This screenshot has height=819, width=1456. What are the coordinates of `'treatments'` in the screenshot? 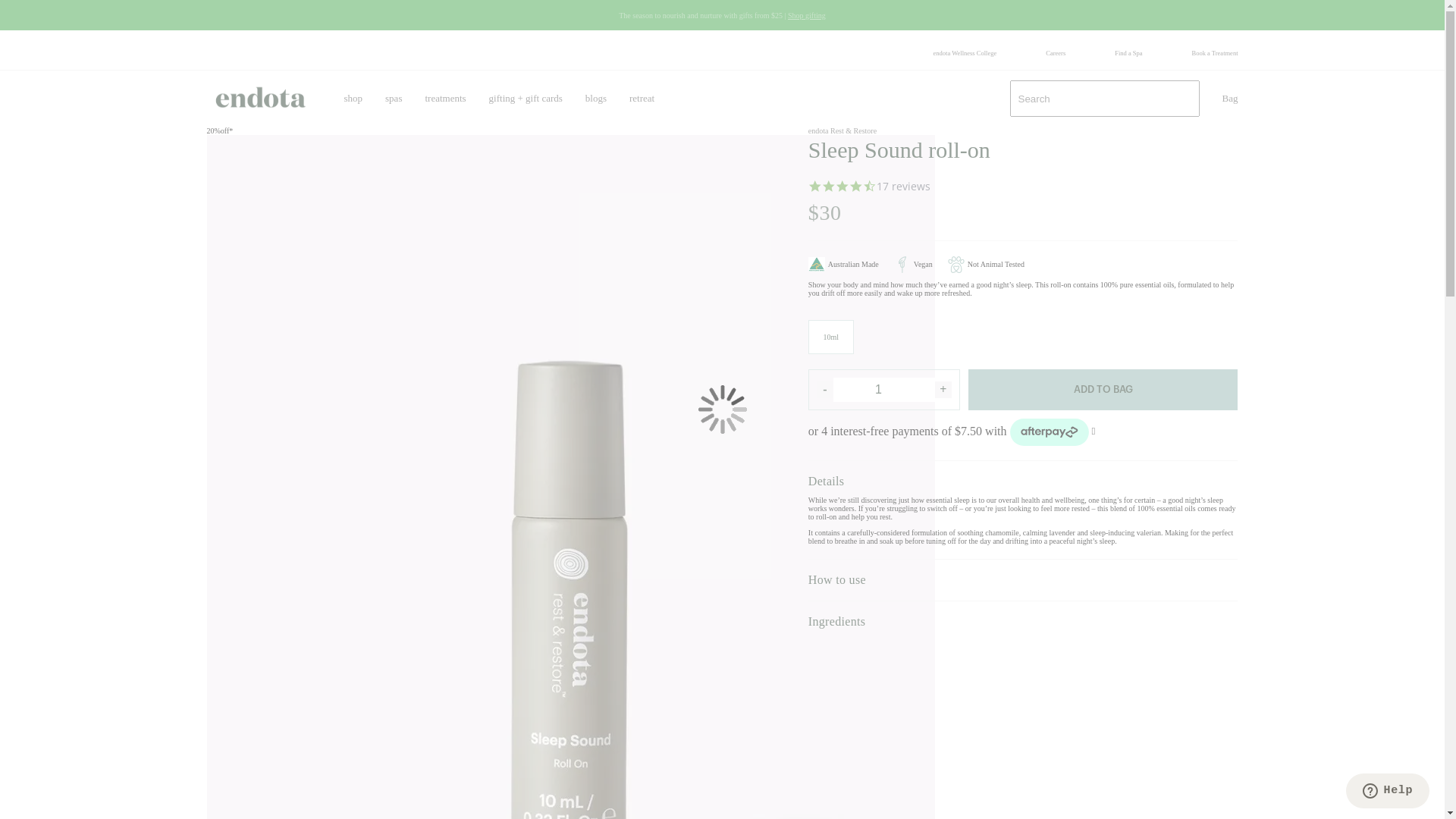 It's located at (444, 99).